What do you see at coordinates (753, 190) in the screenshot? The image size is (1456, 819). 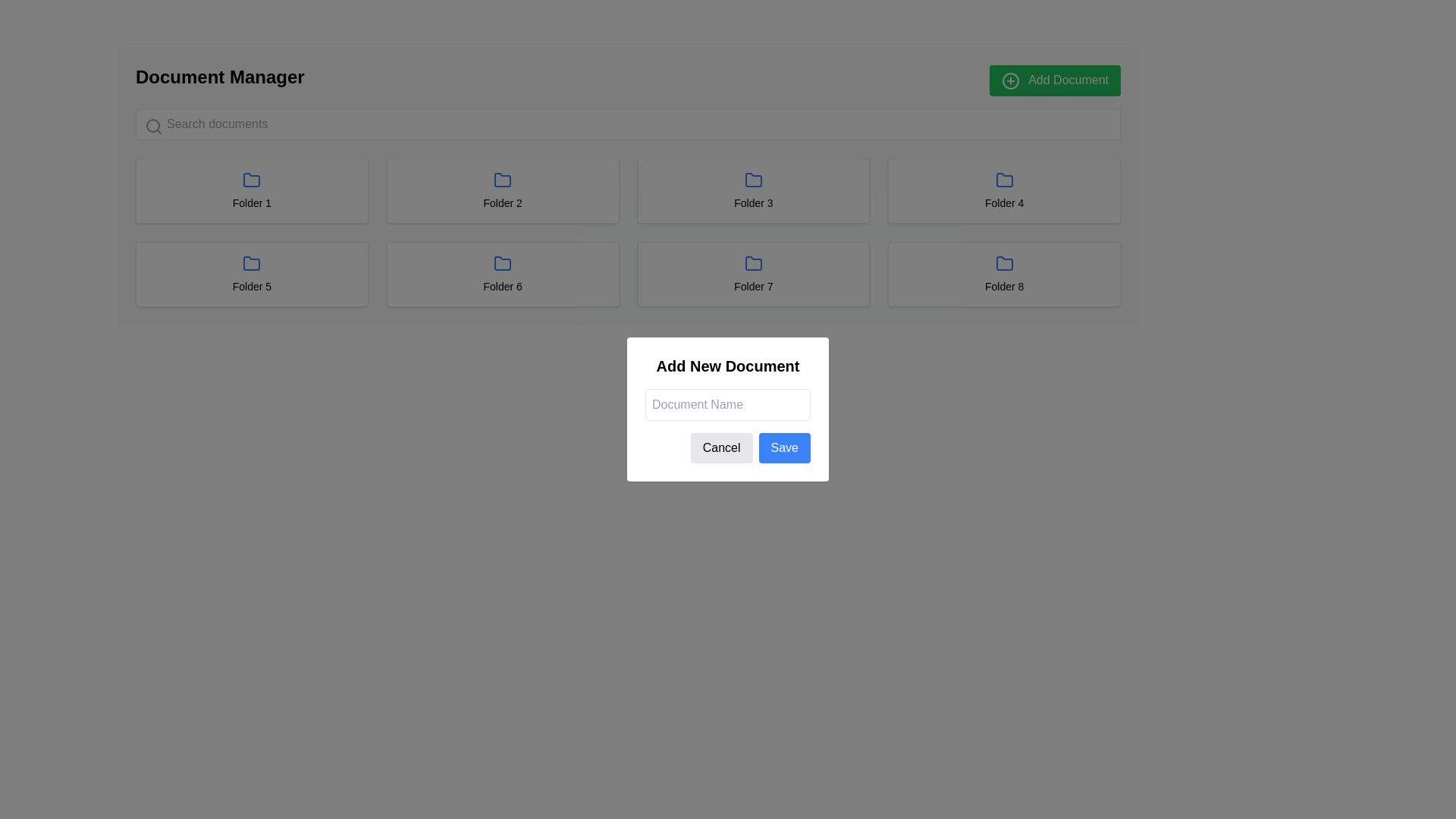 I see `on the button labeled 'Folder 3', which is a white rectangular card with rounded corners and a blue folder icon, located in the third column of the first row in a grid of folder icons` at bounding box center [753, 190].